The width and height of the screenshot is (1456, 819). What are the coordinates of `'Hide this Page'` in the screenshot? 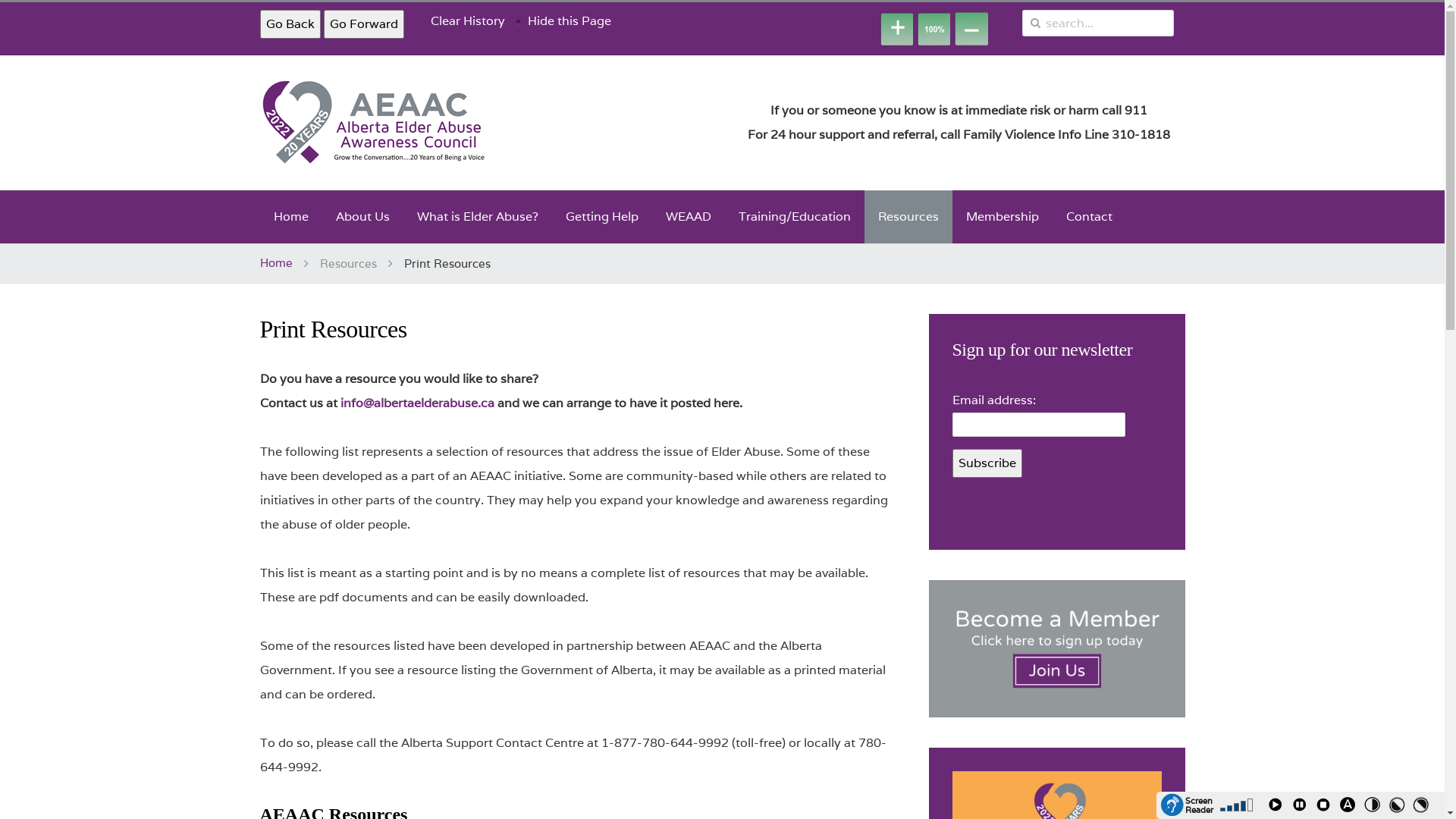 It's located at (568, 20).